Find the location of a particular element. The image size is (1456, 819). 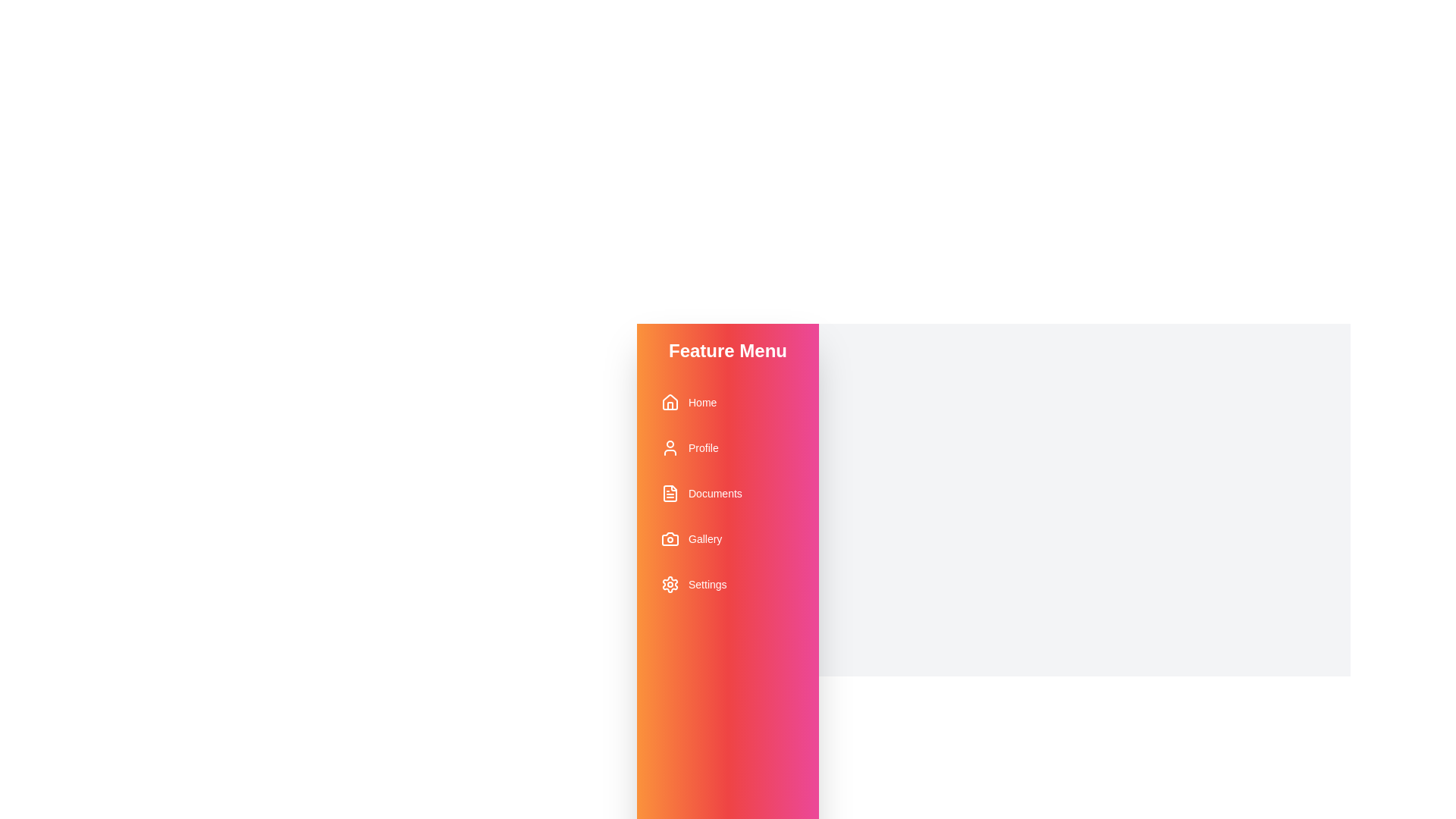

the menu item Documents to navigate is located at coordinates (728, 494).